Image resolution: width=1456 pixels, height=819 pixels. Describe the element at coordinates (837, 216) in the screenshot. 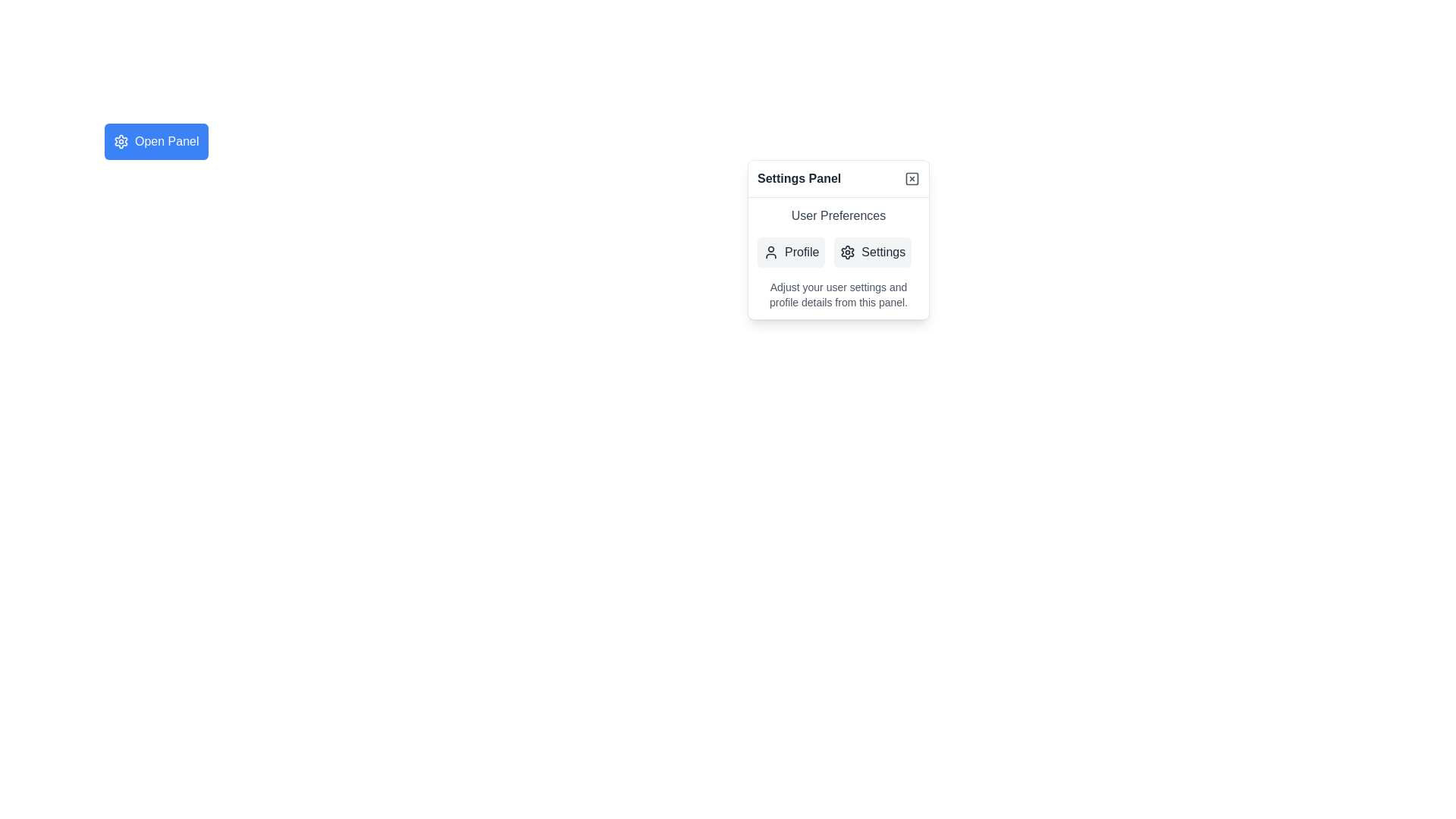

I see `the 'User Preferences' text label, which is styled in medium-weight gray font and located centrally in the 'Settings Panel' below the header and above the buttons` at that location.